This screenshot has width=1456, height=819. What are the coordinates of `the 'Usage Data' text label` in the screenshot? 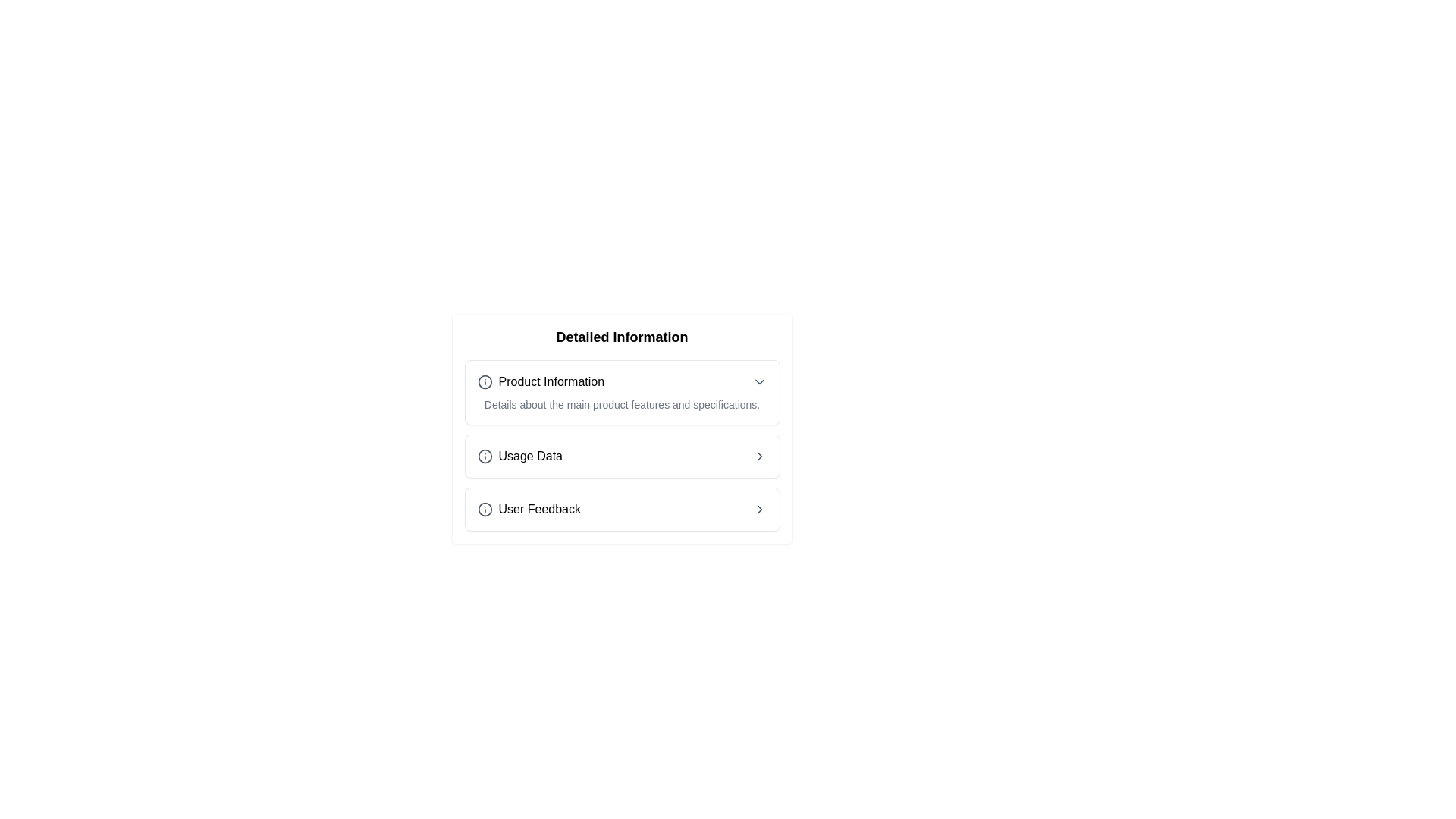 It's located at (530, 455).